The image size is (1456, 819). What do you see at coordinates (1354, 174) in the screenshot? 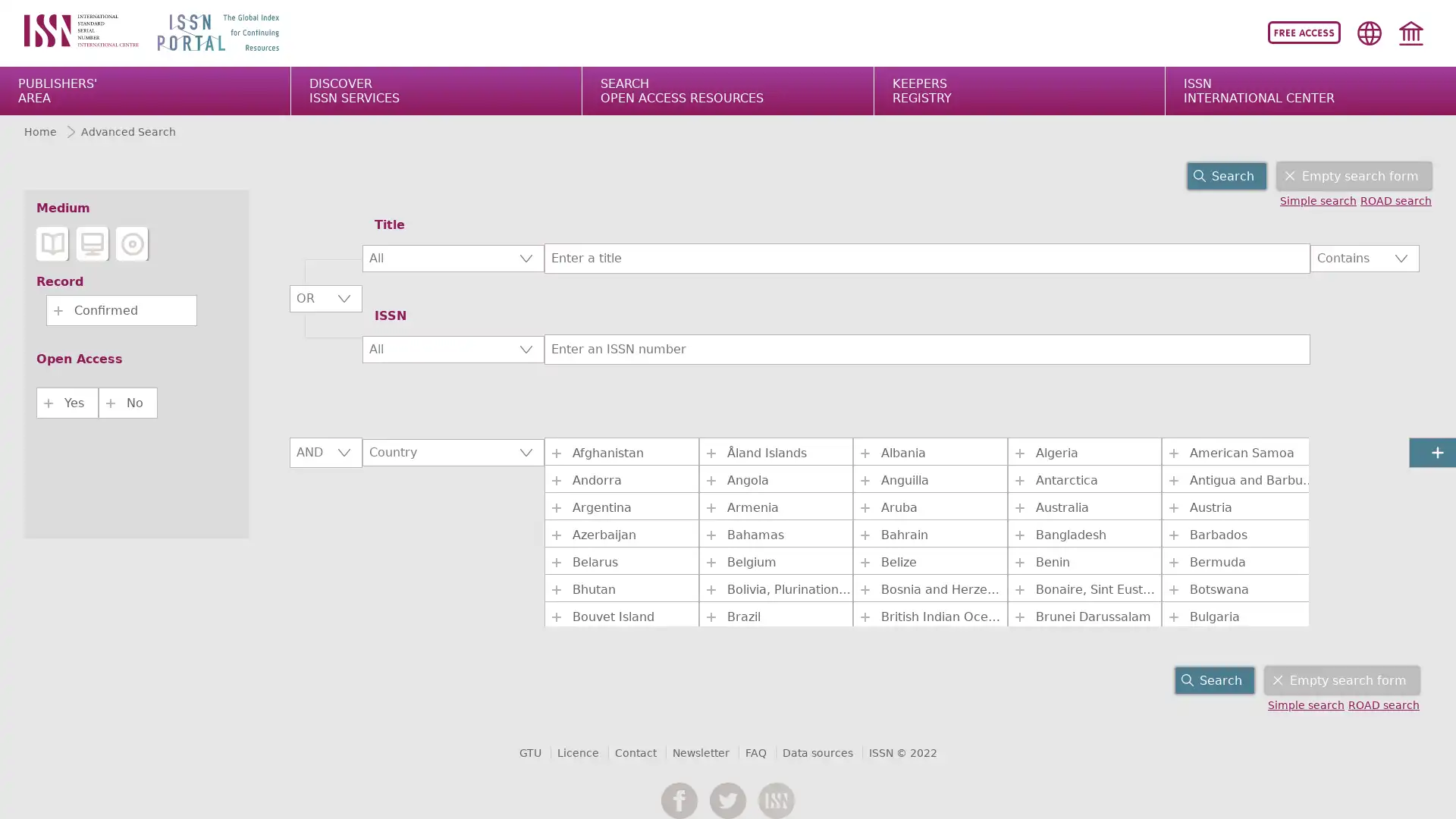
I see `Empty search form` at bounding box center [1354, 174].